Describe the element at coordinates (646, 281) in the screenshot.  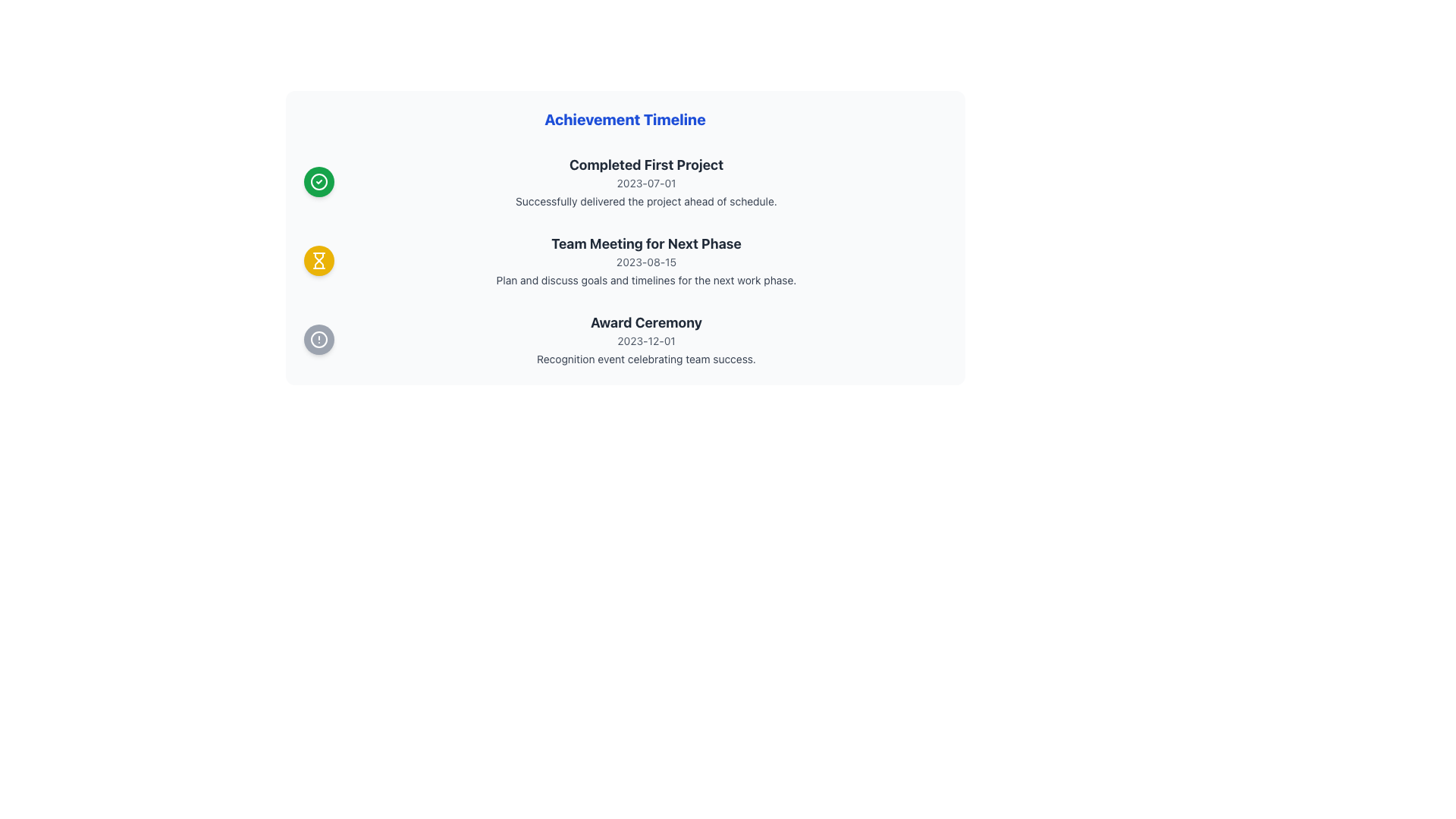
I see `descriptive text label that provides additional details about the topic 'Plan and discuss goals and timelines for the next work phase.'` at that location.